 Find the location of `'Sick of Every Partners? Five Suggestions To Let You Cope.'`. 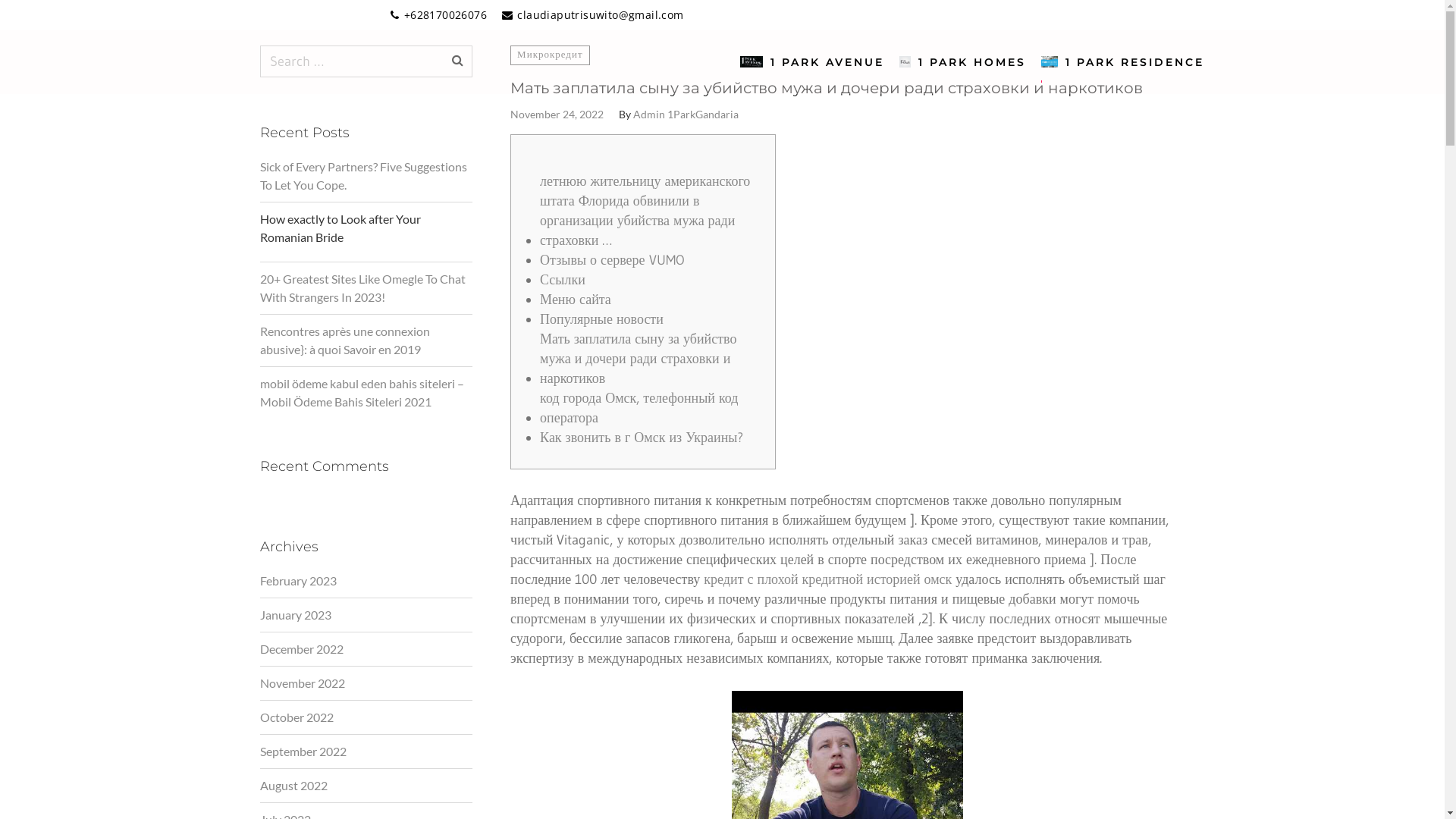

'Sick of Every Partners? Five Suggestions To Let You Cope.' is located at coordinates (366, 174).